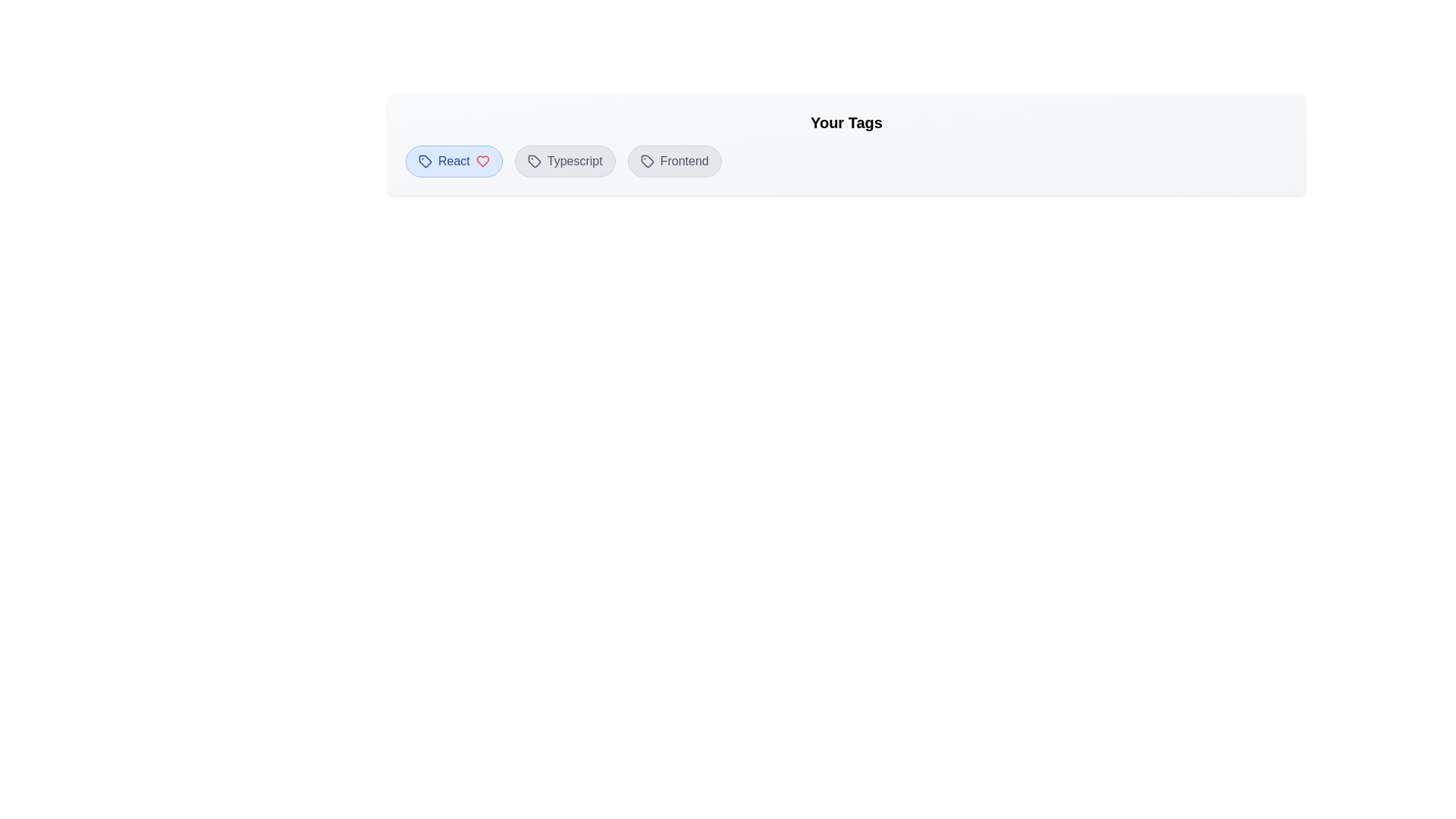  What do you see at coordinates (647, 161) in the screenshot?
I see `the decorative icon associated with the tag Frontend` at bounding box center [647, 161].